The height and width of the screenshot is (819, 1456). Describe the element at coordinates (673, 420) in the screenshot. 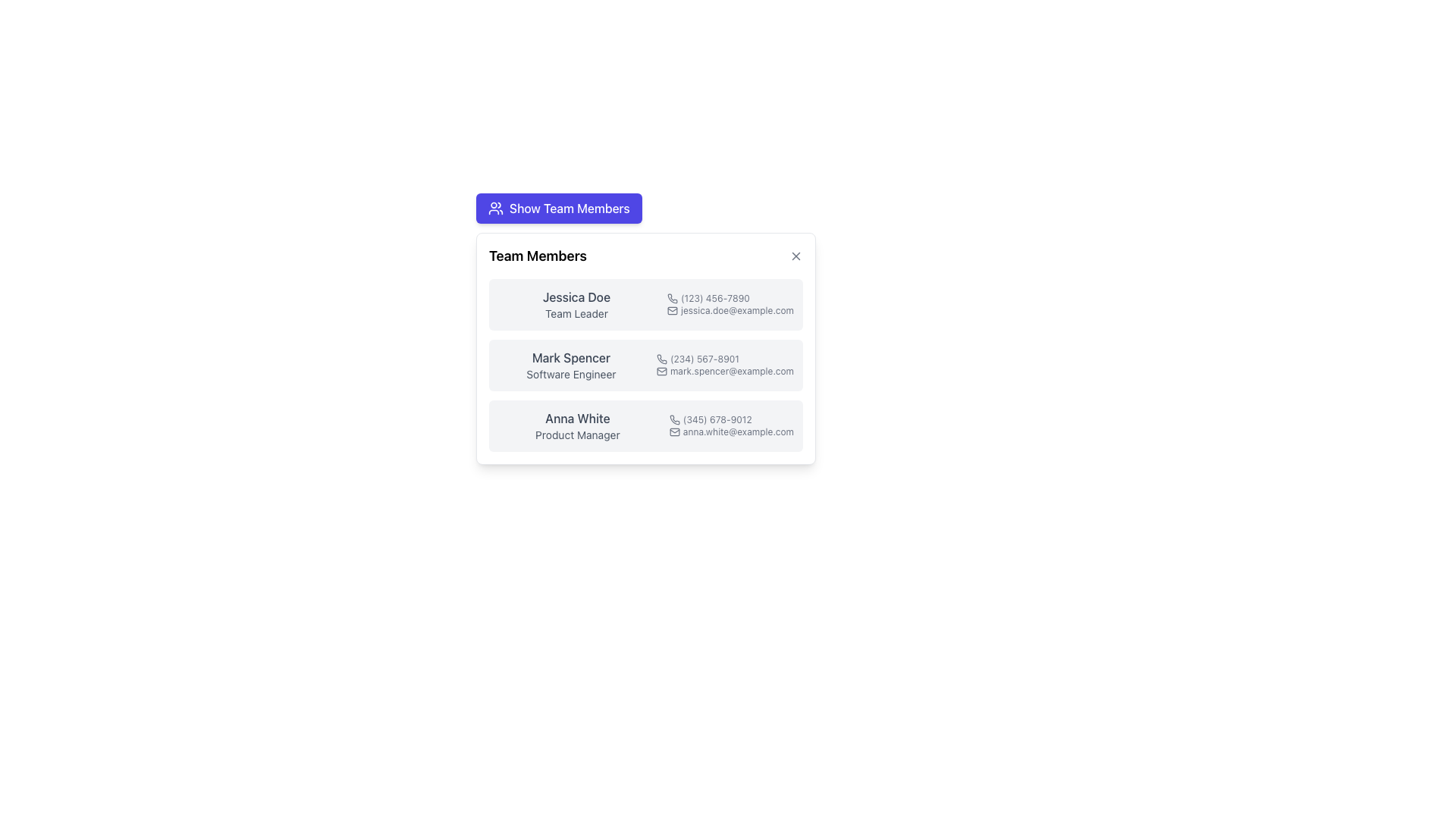

I see `the phone number icon located to the left of the text '(345) 678-9012' under the name 'Anna White' in the 'Team Members' section` at that location.